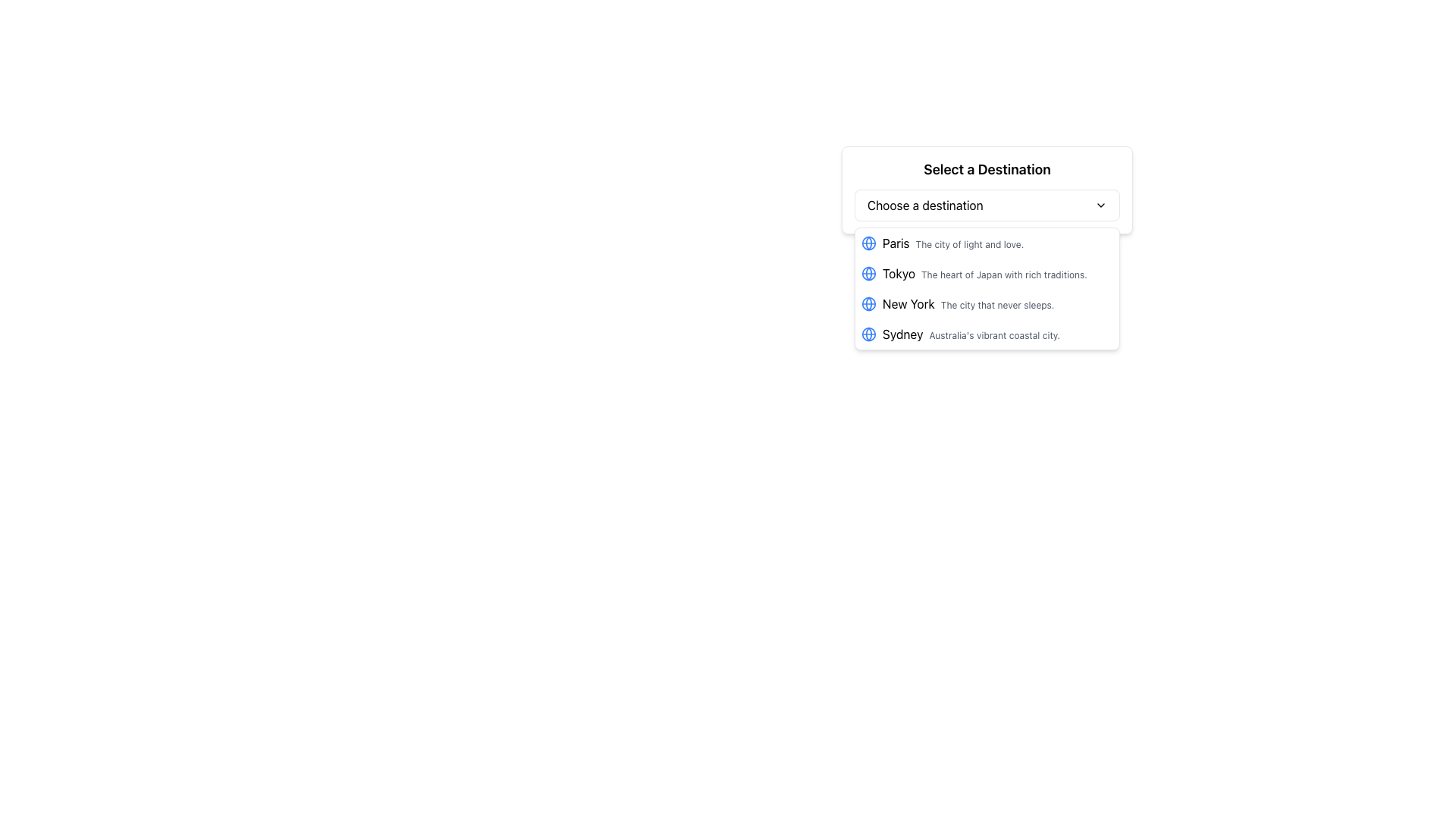  What do you see at coordinates (987, 205) in the screenshot?
I see `the dropdown menu labeled 'Choose a destination'` at bounding box center [987, 205].